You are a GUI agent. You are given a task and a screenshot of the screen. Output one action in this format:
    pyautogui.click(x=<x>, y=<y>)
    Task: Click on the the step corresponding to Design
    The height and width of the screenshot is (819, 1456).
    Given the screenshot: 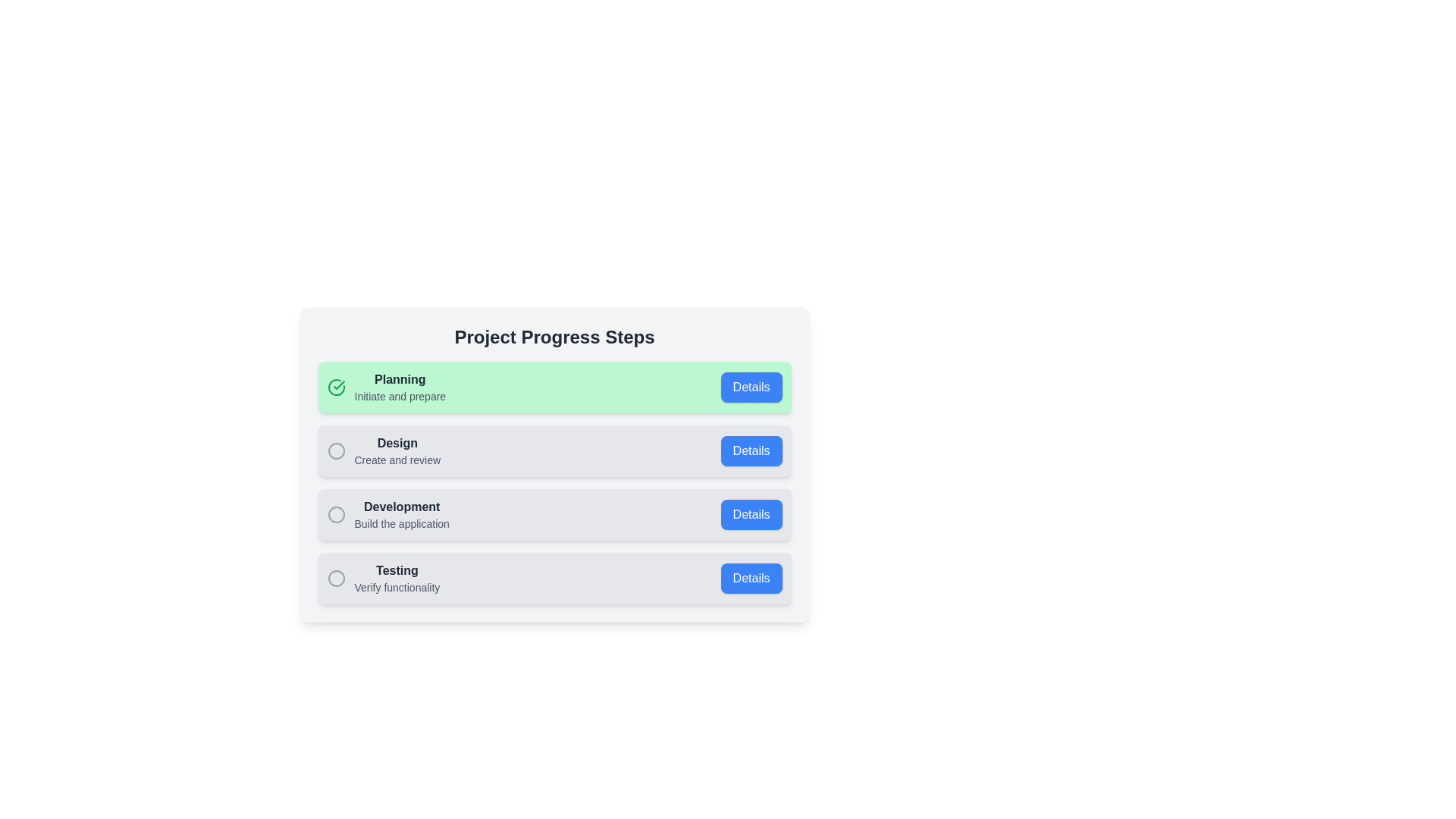 What is the action you would take?
    pyautogui.click(x=554, y=450)
    